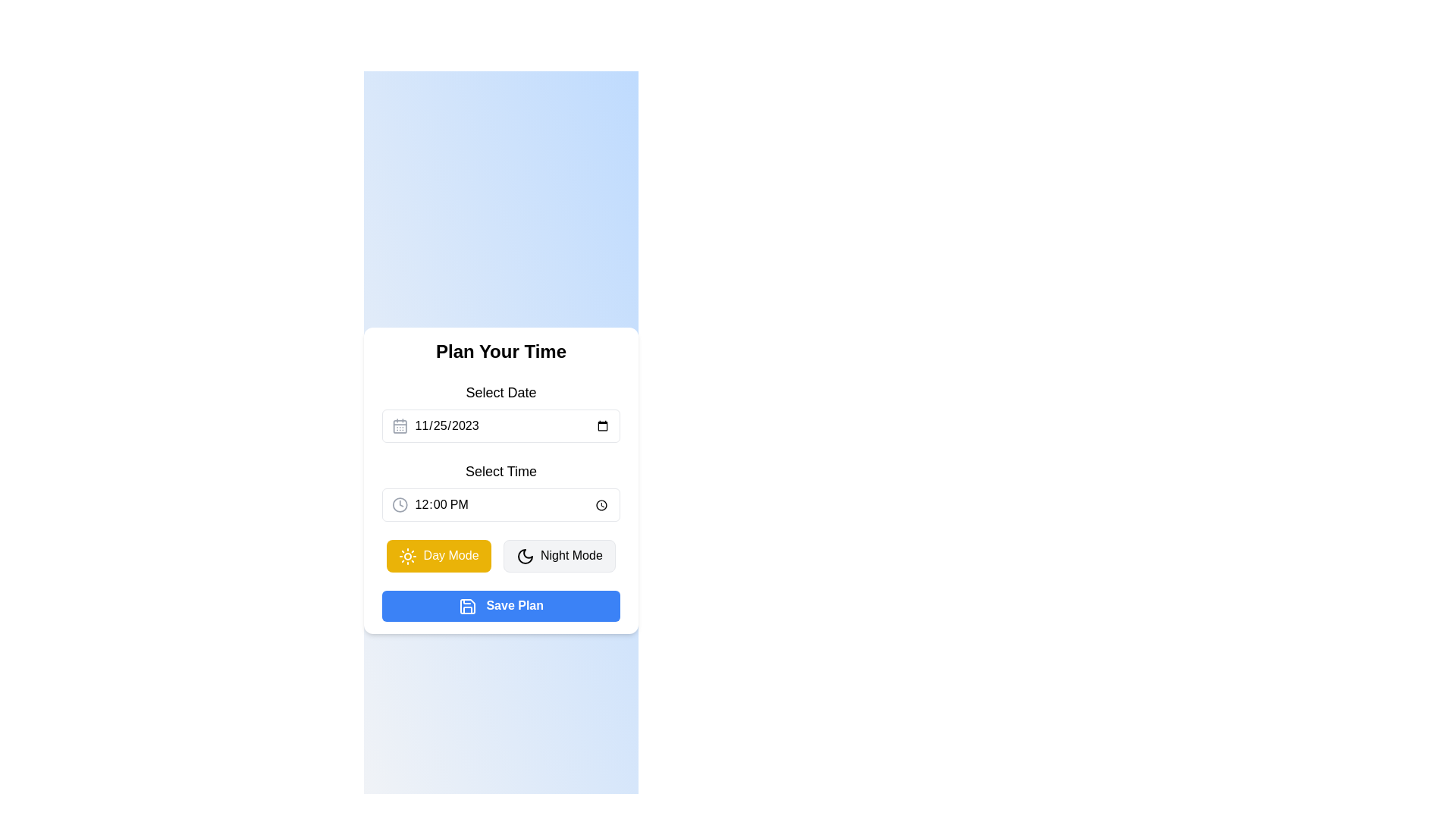  I want to click on the text label that says 'Select Time', which is prominently positioned above the time selection field and below the 'Select Date' label, so click(501, 470).